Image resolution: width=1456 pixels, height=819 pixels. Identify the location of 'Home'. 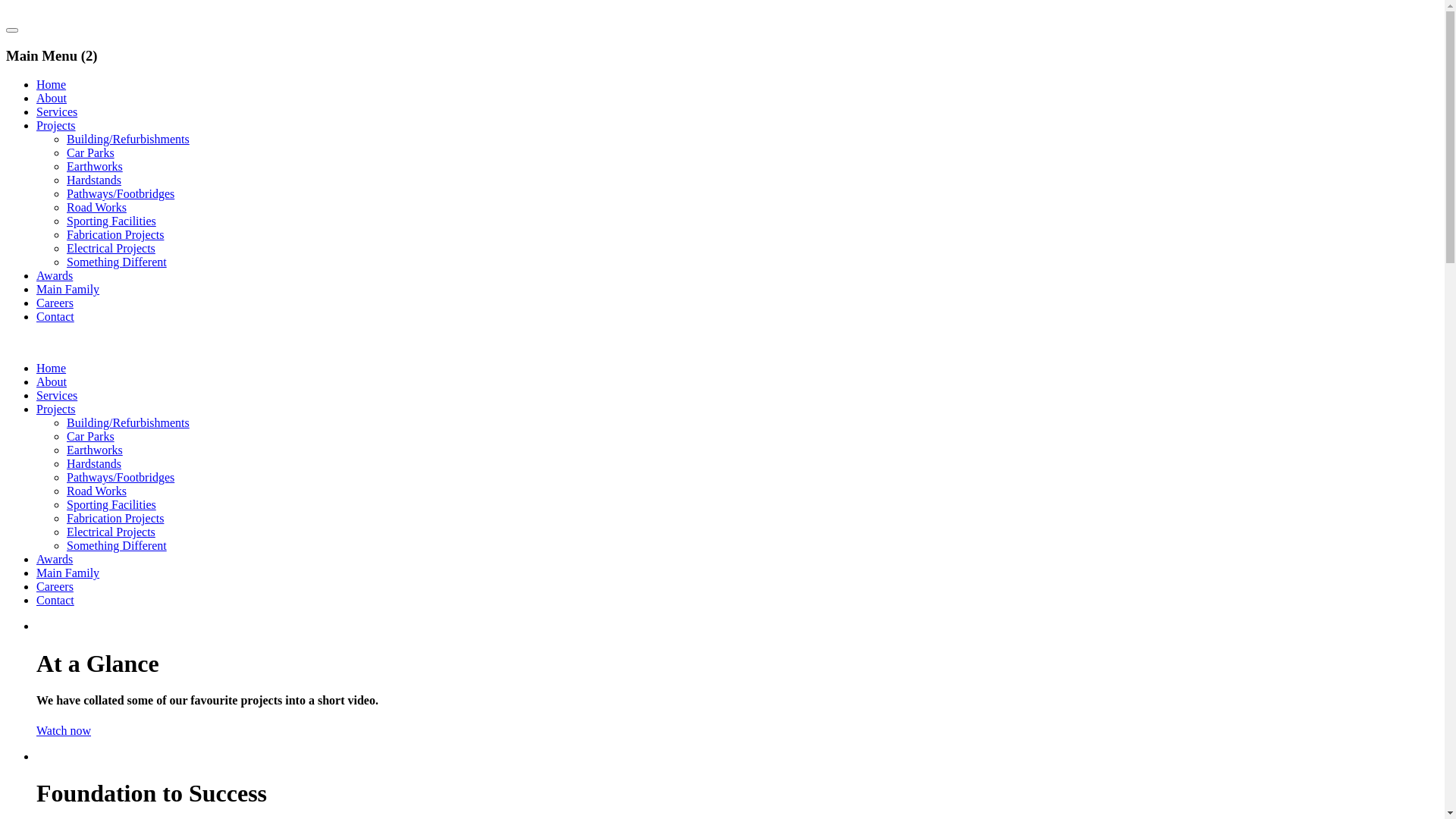
(51, 84).